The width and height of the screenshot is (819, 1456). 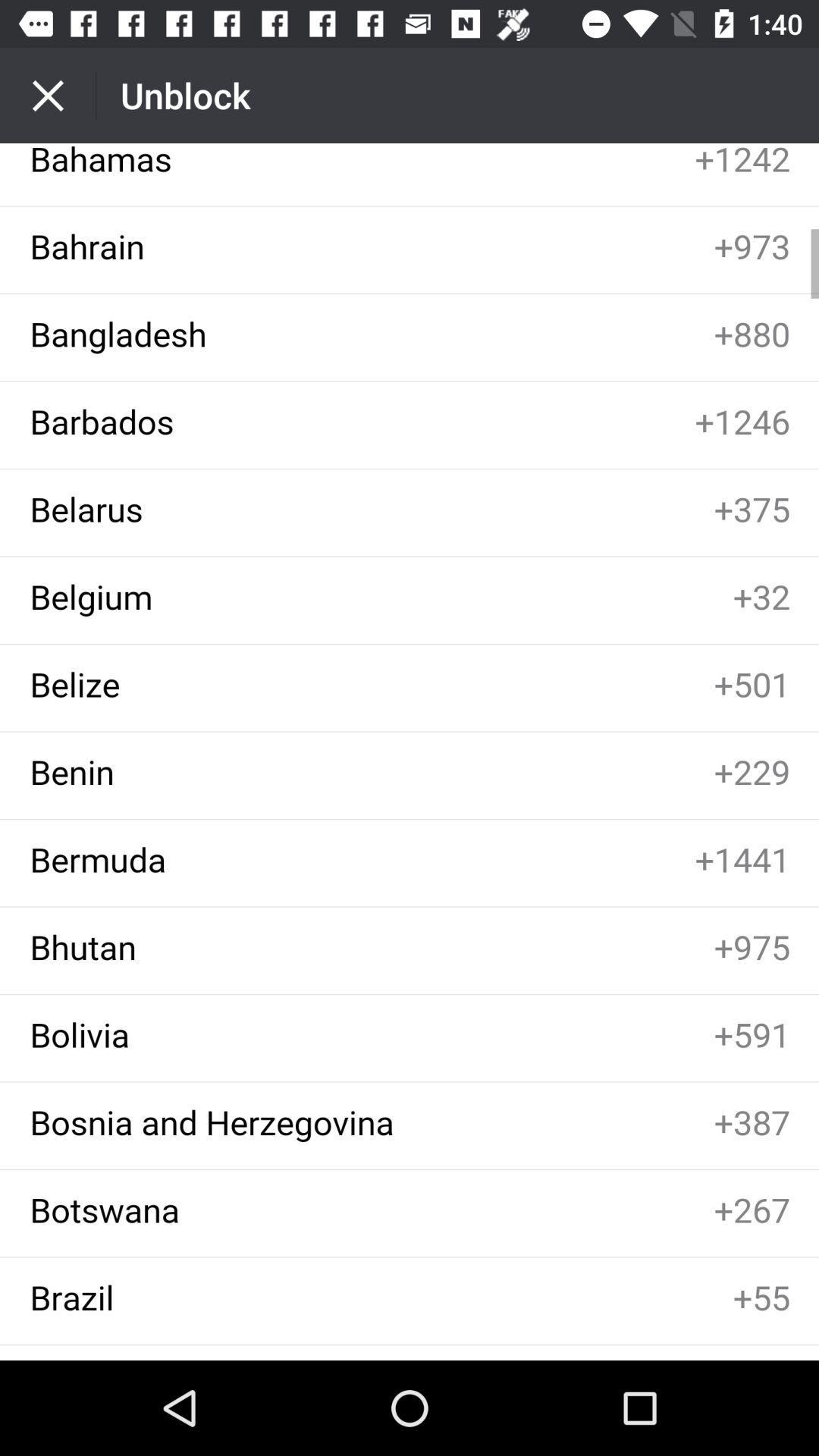 What do you see at coordinates (409, 752) in the screenshot?
I see `location name` at bounding box center [409, 752].